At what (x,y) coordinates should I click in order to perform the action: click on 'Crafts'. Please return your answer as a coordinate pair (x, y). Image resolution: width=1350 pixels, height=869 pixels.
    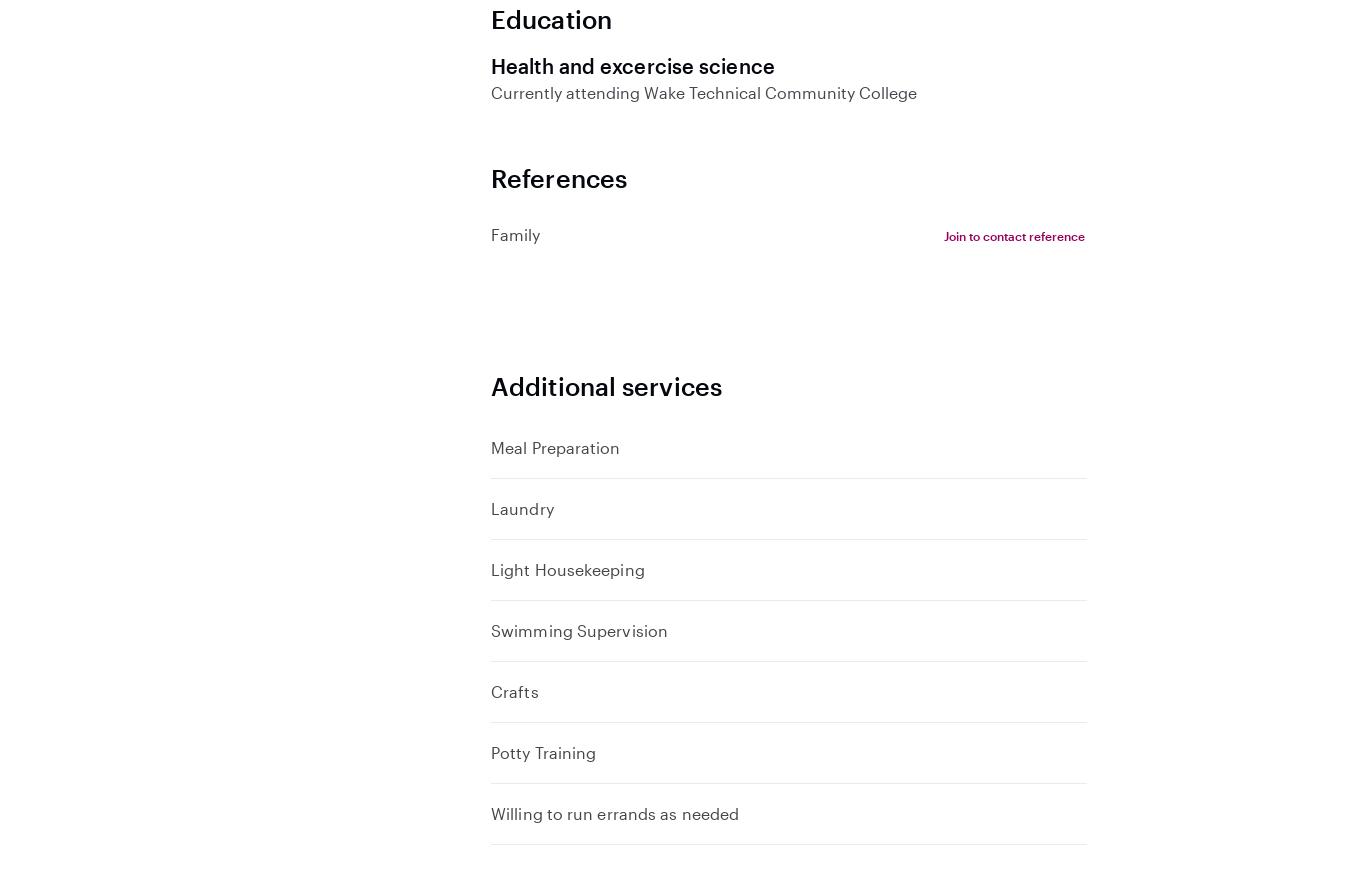
    Looking at the image, I should click on (489, 690).